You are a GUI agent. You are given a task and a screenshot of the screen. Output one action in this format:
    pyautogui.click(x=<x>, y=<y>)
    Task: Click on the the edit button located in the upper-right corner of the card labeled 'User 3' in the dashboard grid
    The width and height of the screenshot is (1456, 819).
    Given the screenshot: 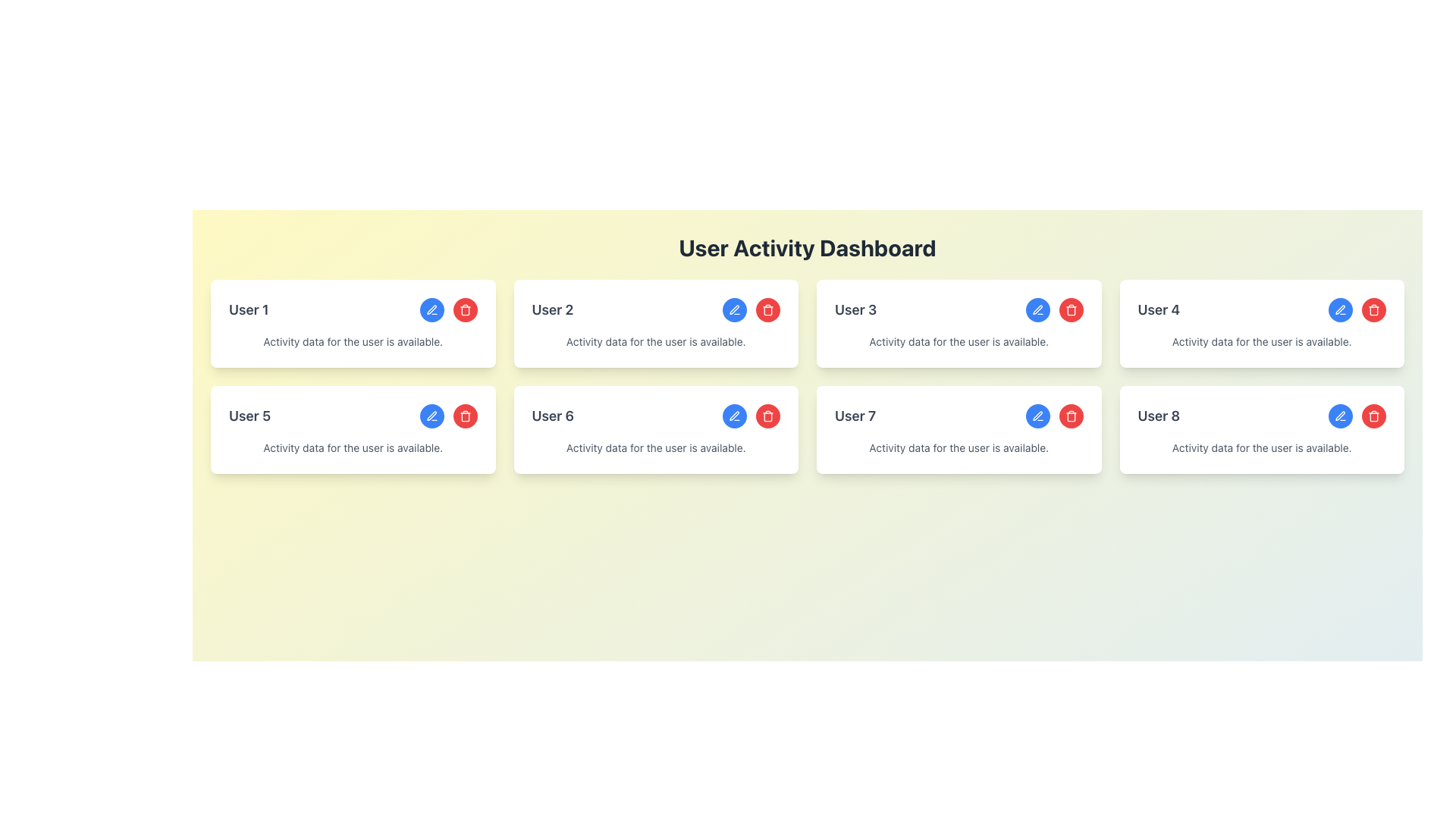 What is the action you would take?
    pyautogui.click(x=1037, y=309)
    